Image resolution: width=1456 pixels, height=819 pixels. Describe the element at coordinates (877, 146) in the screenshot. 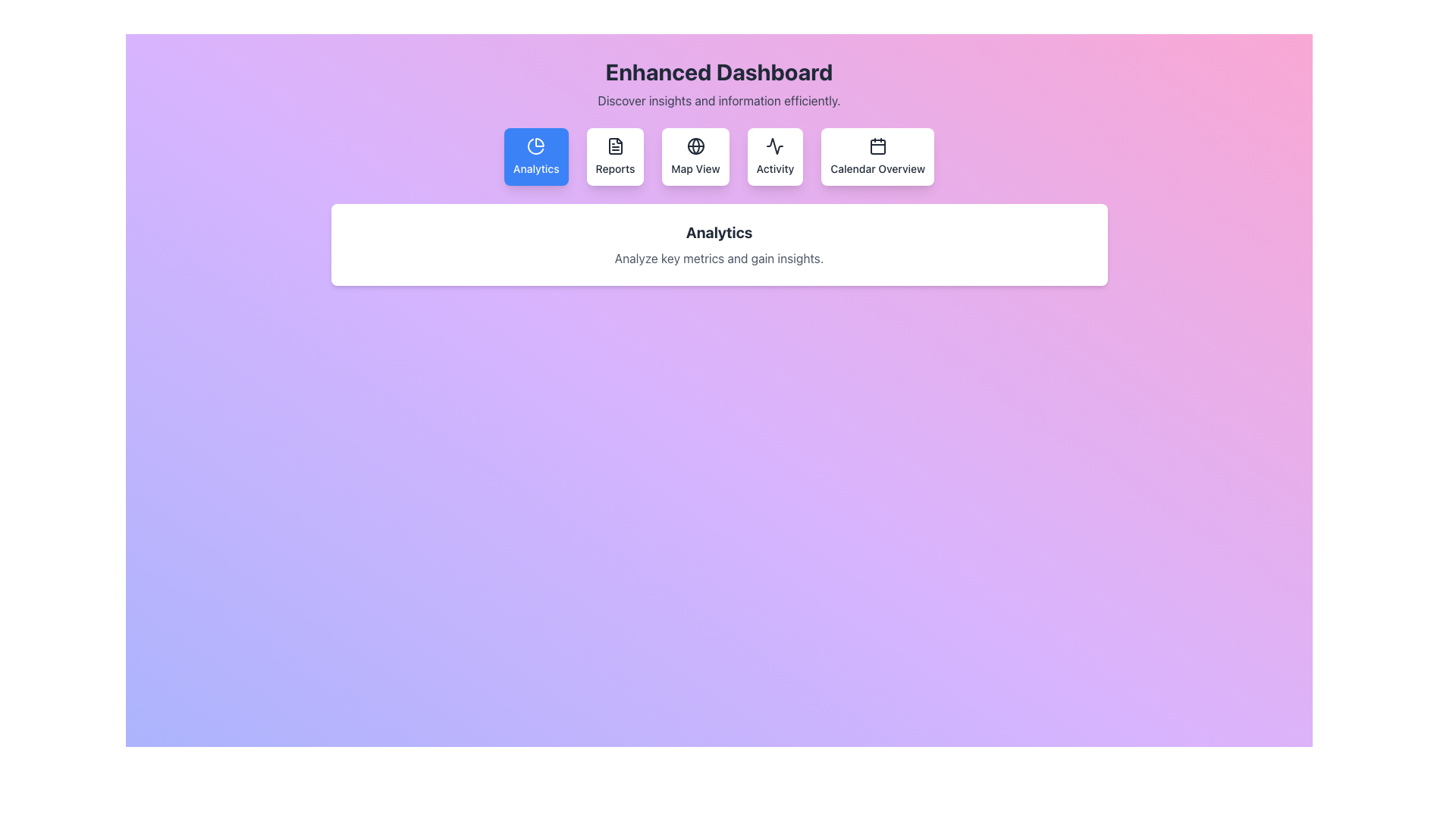

I see `the Calendar Overview icon located in the top-right section of the feature navigation panel` at that location.